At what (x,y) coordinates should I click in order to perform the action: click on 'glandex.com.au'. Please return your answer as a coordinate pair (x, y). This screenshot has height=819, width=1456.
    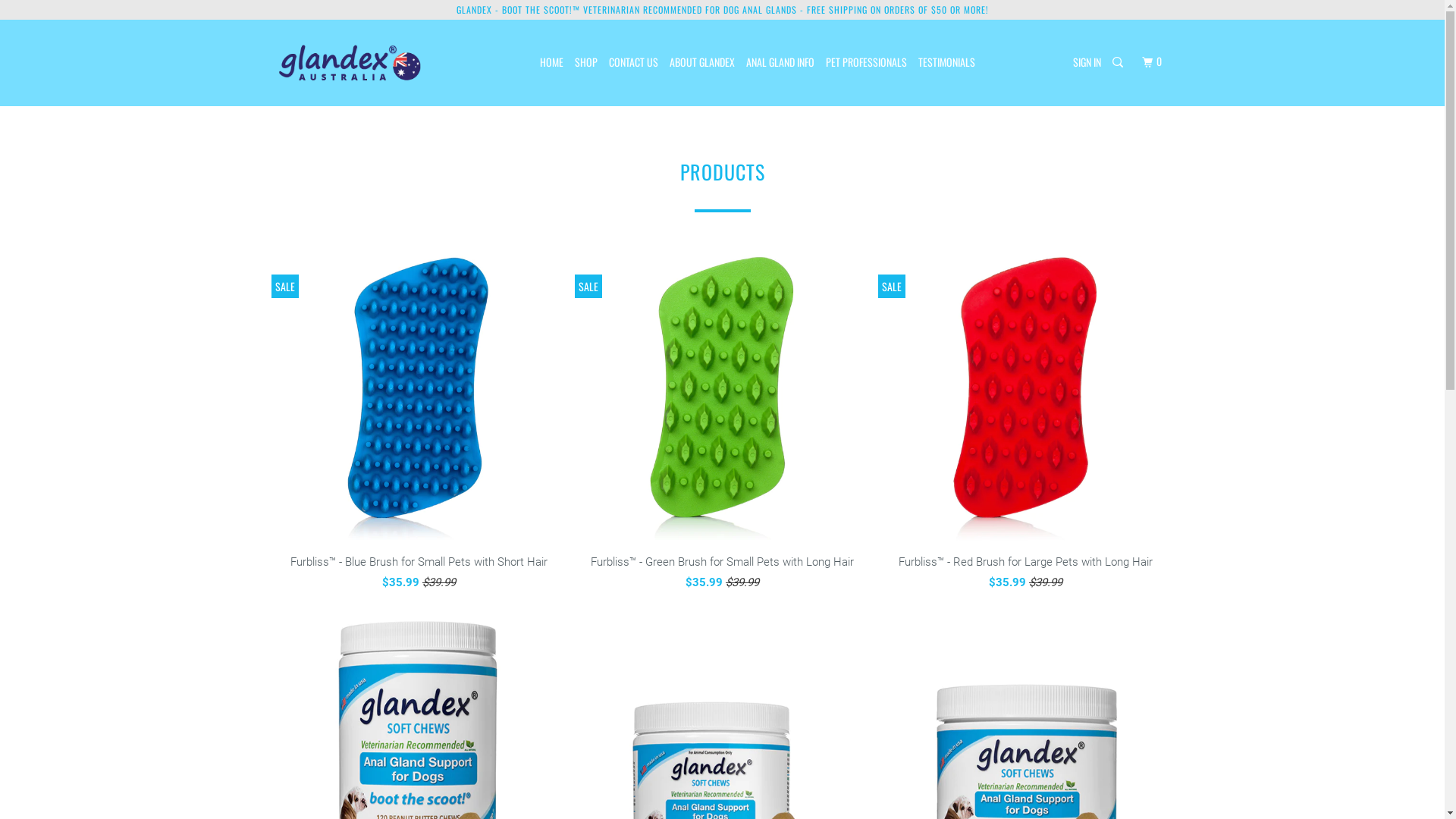
    Looking at the image, I should click on (351, 61).